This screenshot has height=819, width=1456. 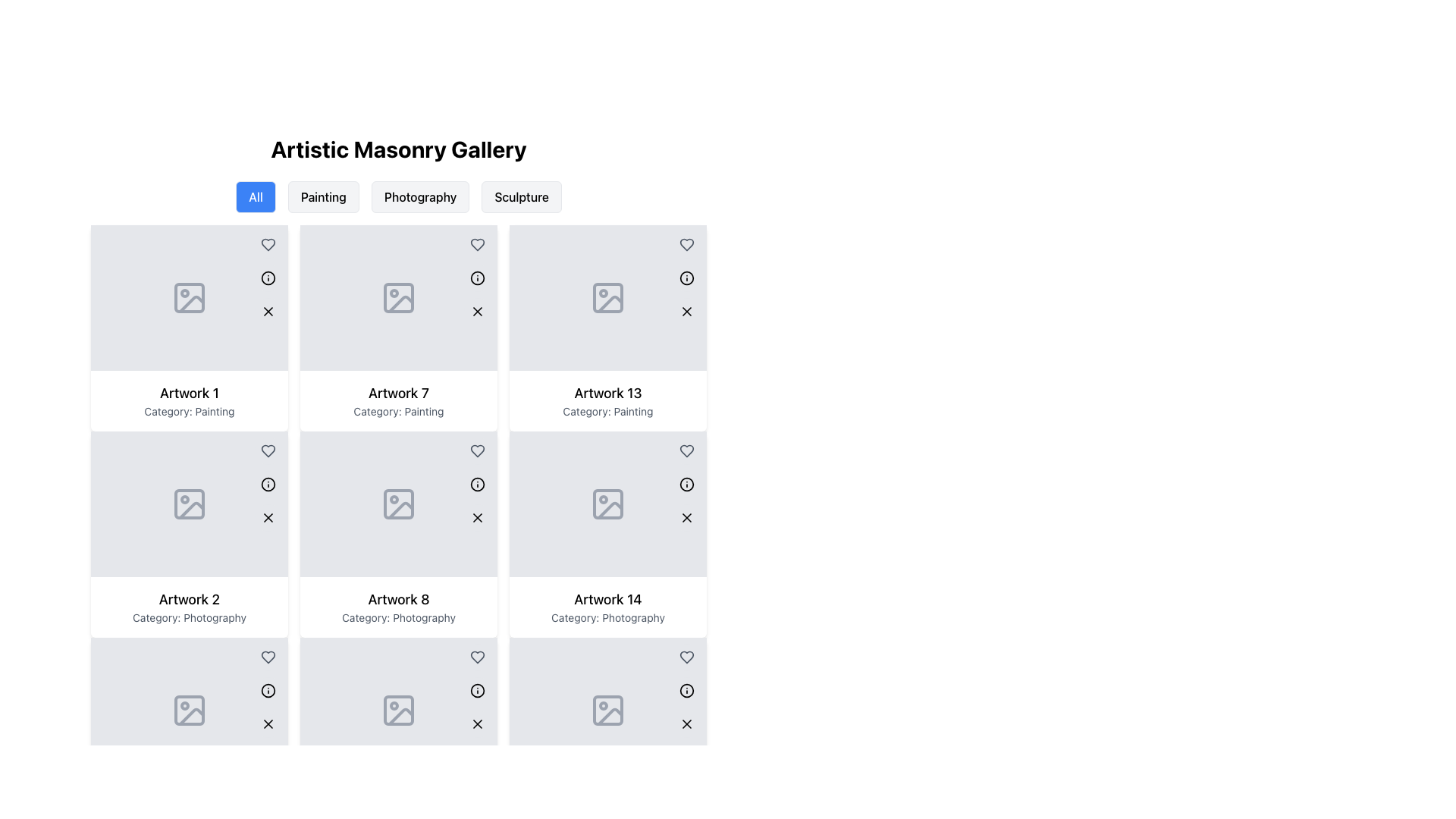 I want to click on the circular icon button with the letter 'i' at its center, located within the item labeled 'Artwork 13' in the third column of the grid layout, so click(x=686, y=278).